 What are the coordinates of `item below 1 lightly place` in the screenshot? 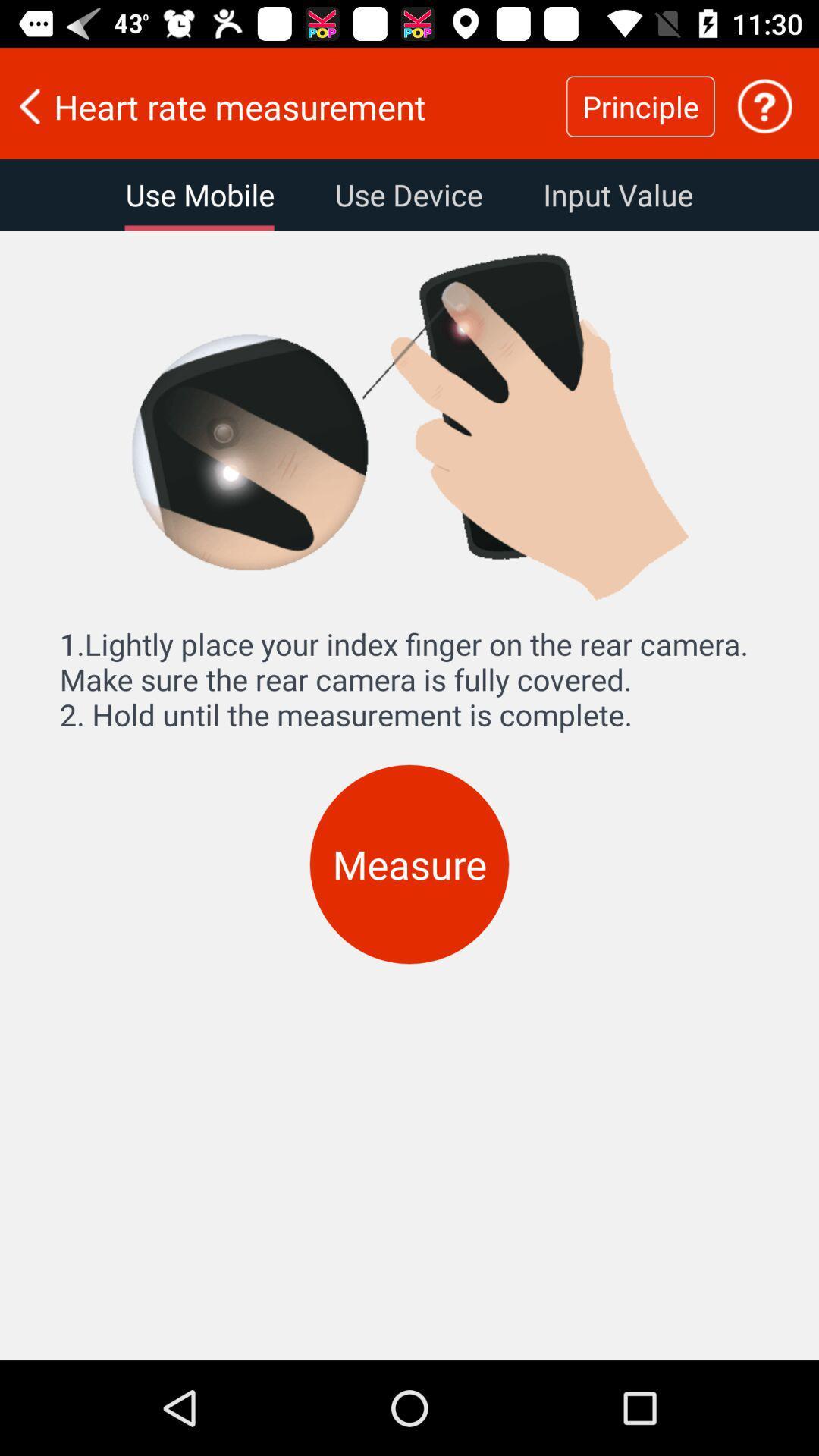 It's located at (409, 864).